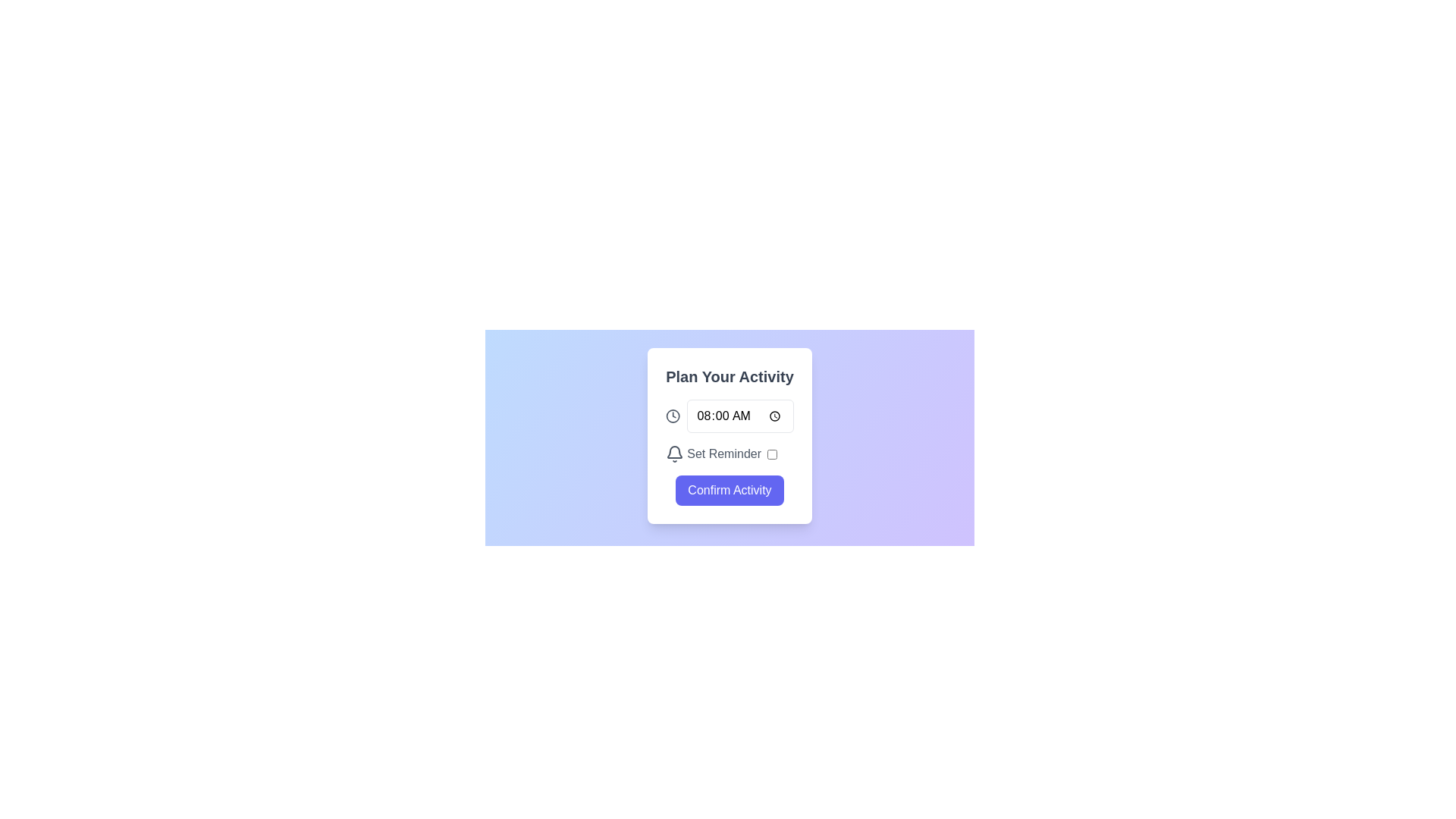 The height and width of the screenshot is (819, 1456). I want to click on the reminder toggle label with an icon, located below the time selection field and above the 'Confirm Activity' button, so click(713, 453).